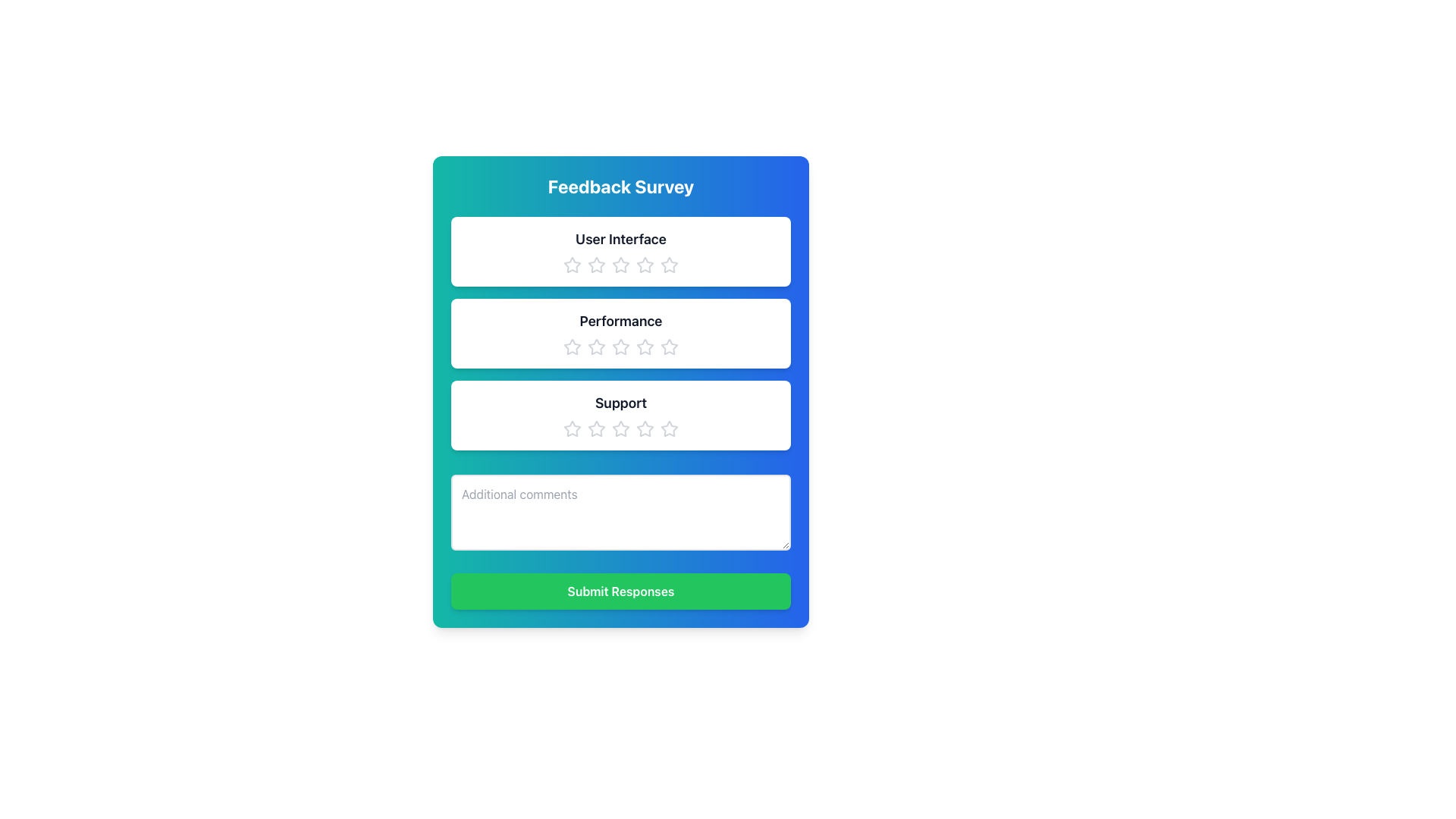 This screenshot has width=1456, height=819. What do you see at coordinates (571, 428) in the screenshot?
I see `the first hollow star-shaped SVG icon in the 'Support' rating section` at bounding box center [571, 428].